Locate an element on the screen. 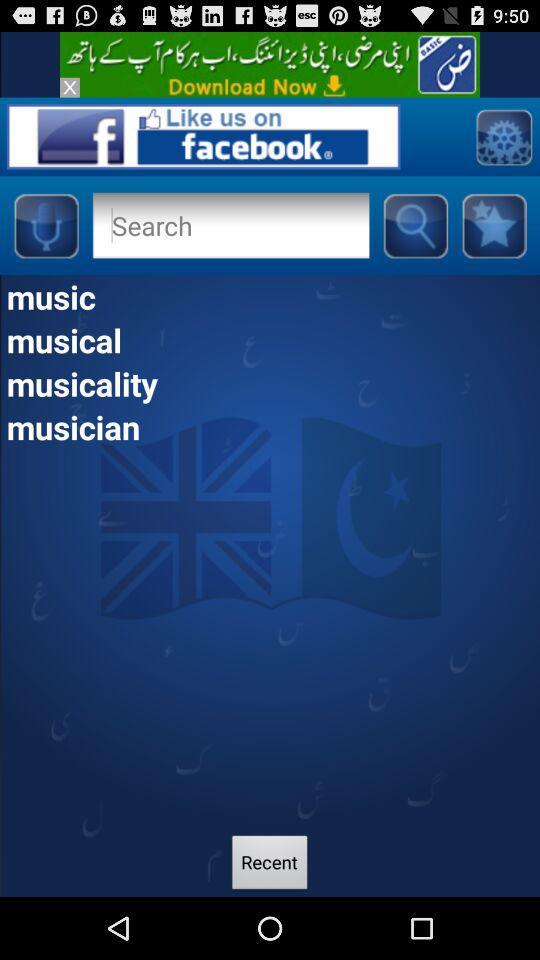 This screenshot has width=540, height=960. the star button at the top right of the page is located at coordinates (492, 225).